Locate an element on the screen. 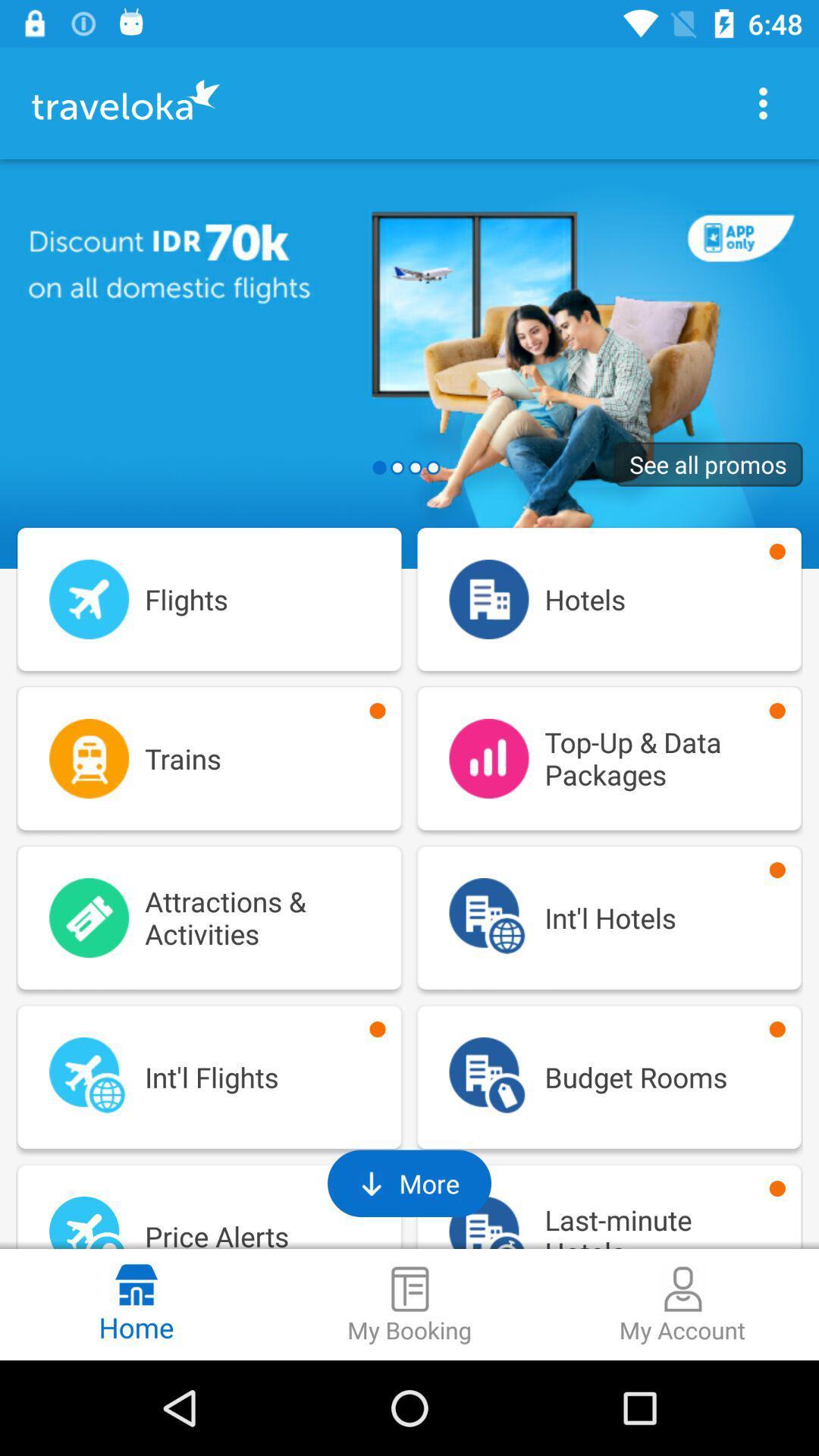 The height and width of the screenshot is (1456, 819). more options is located at coordinates (763, 102).